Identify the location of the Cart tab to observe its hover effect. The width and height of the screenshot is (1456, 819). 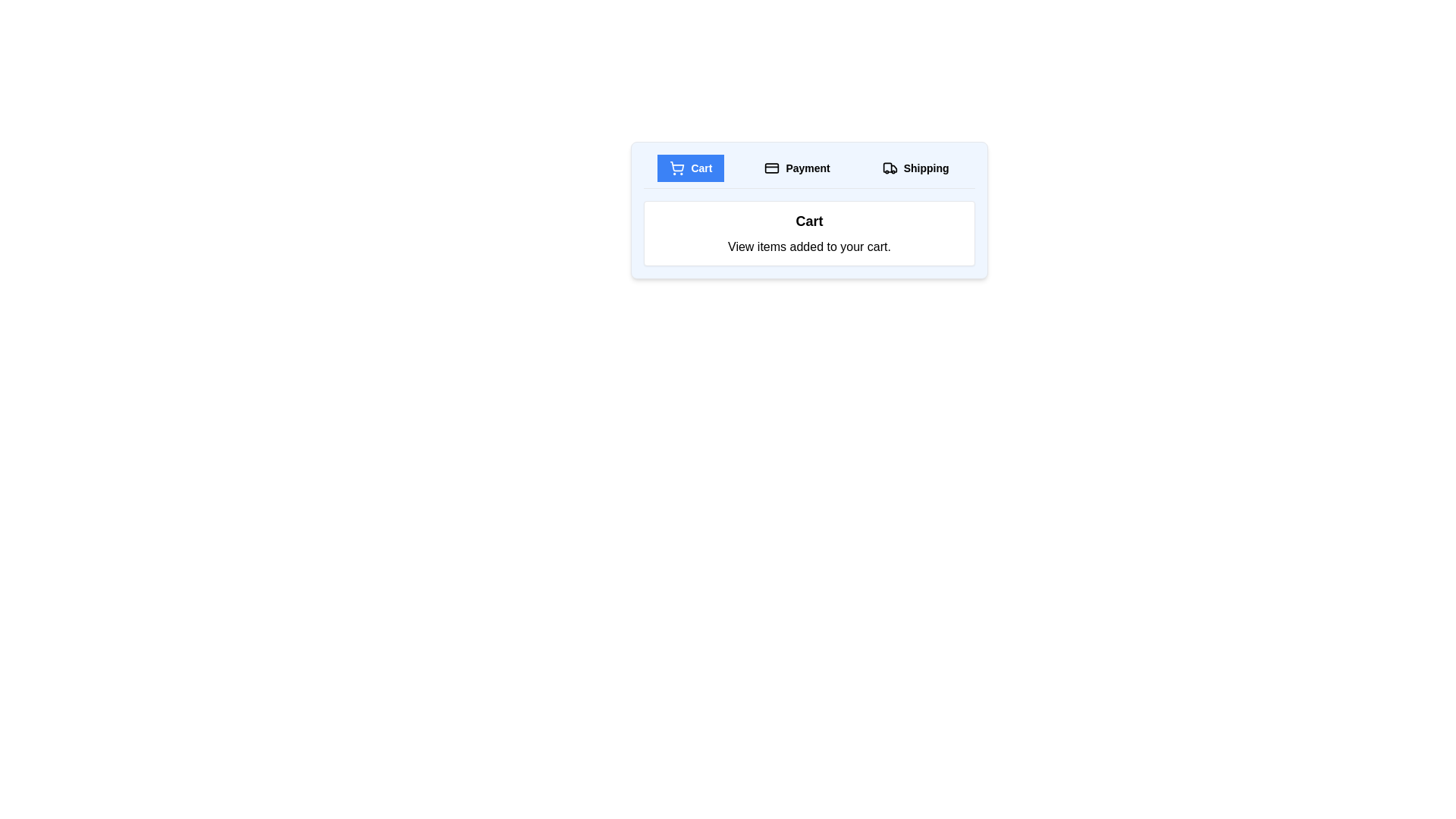
(690, 168).